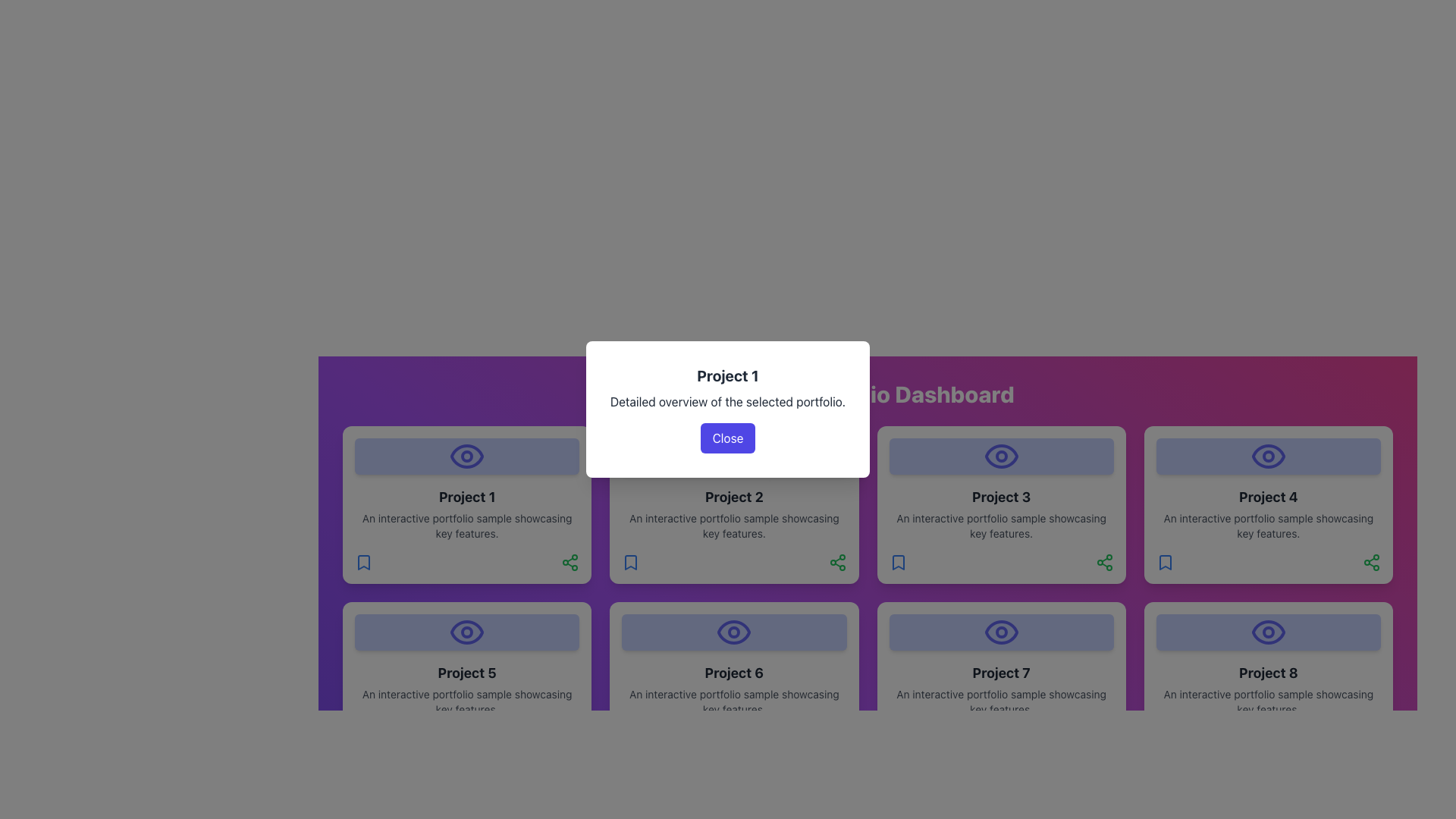 Image resolution: width=1456 pixels, height=819 pixels. Describe the element at coordinates (1001, 455) in the screenshot. I see `the central SVG circle element of the eye-like icon located at the top of the 'Project 3' card in the second row of the grid` at that location.